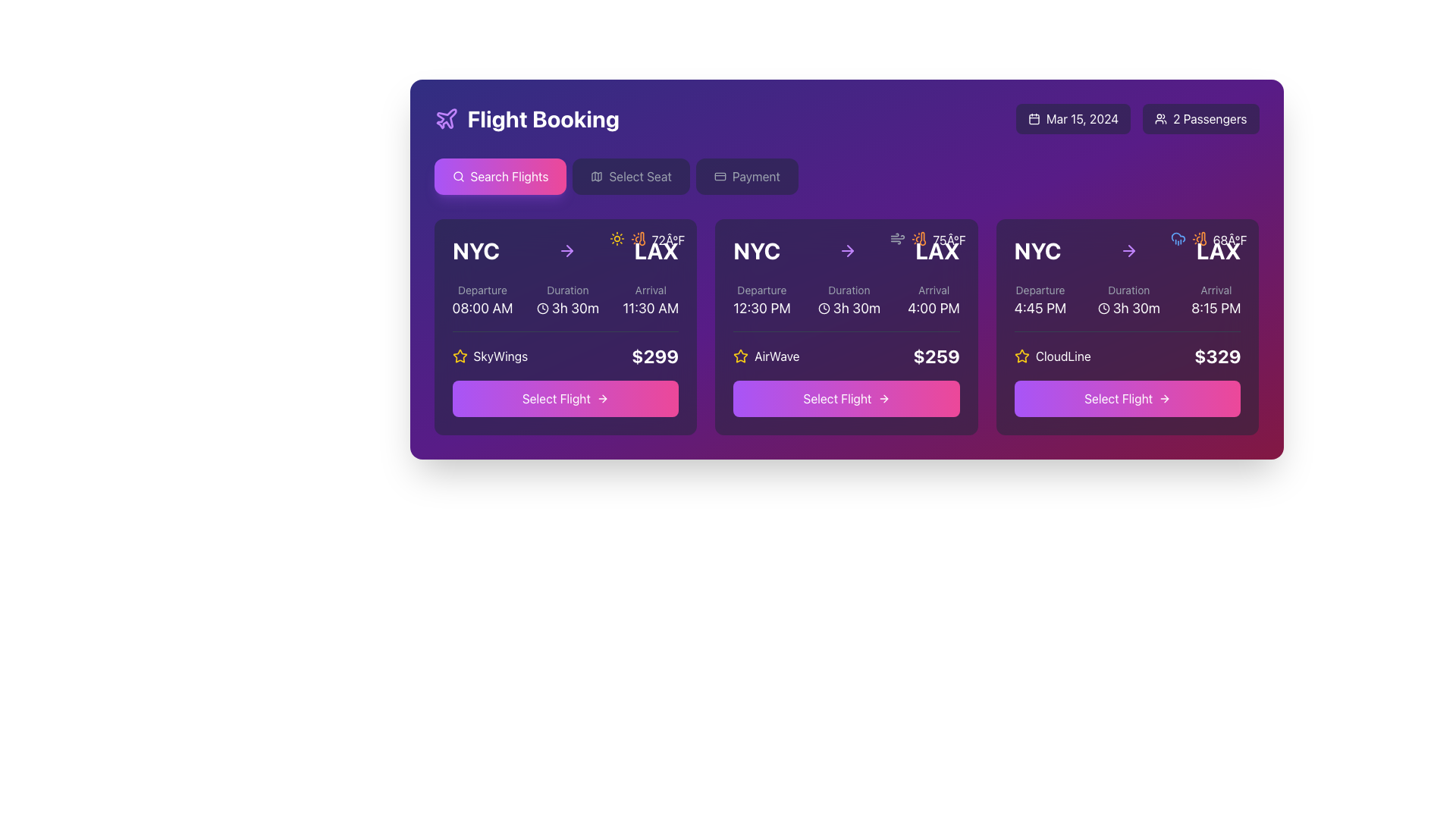 The image size is (1456, 819). I want to click on the Text Display element that shows 'Departure' in gray text above '08:00 AM' in white text, located in the leftmost card of flight options, so click(482, 301).